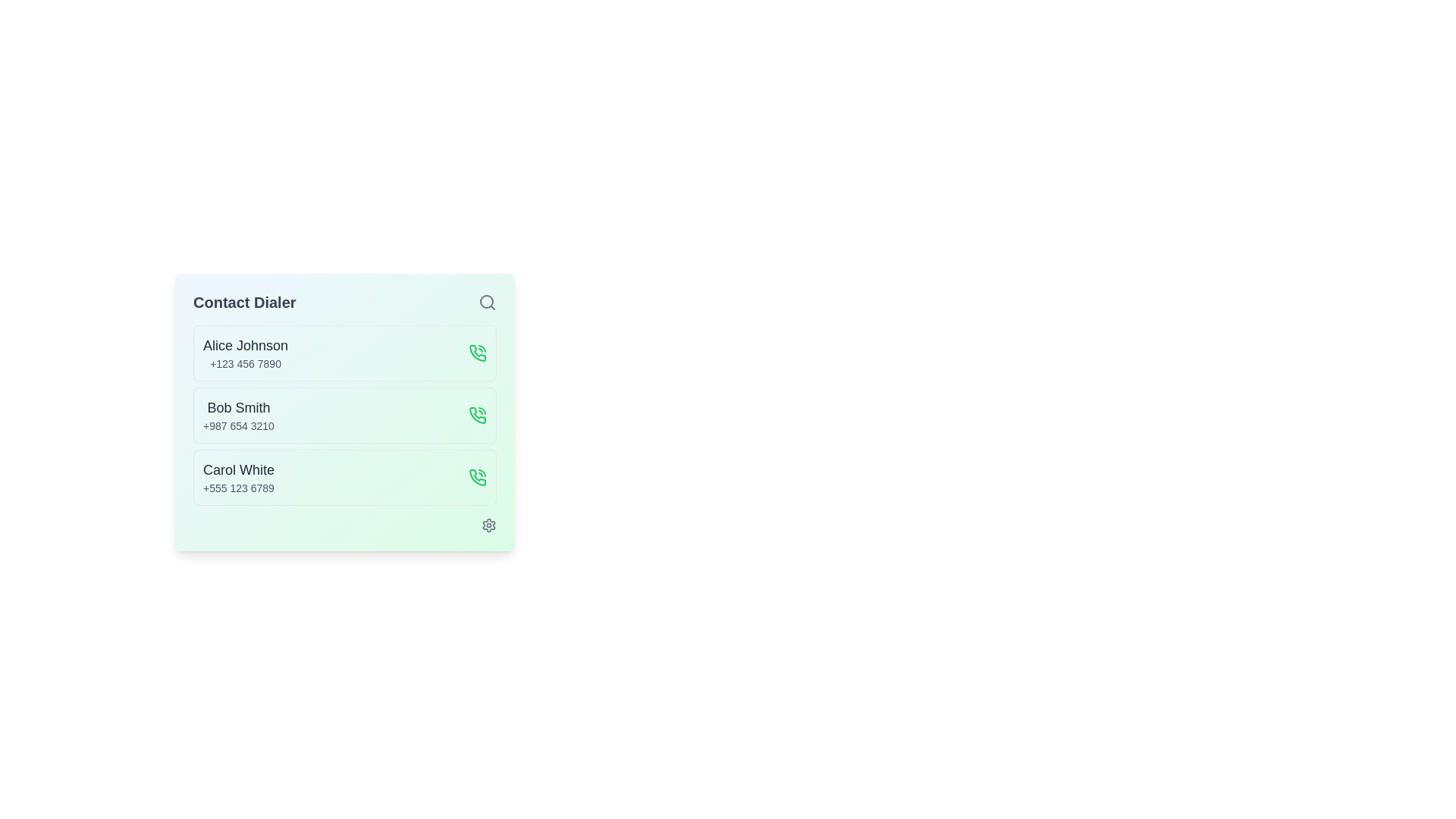 The image size is (1456, 819). I want to click on the call action icon next to Bob Smith's contact information to initiate a call, so click(477, 415).